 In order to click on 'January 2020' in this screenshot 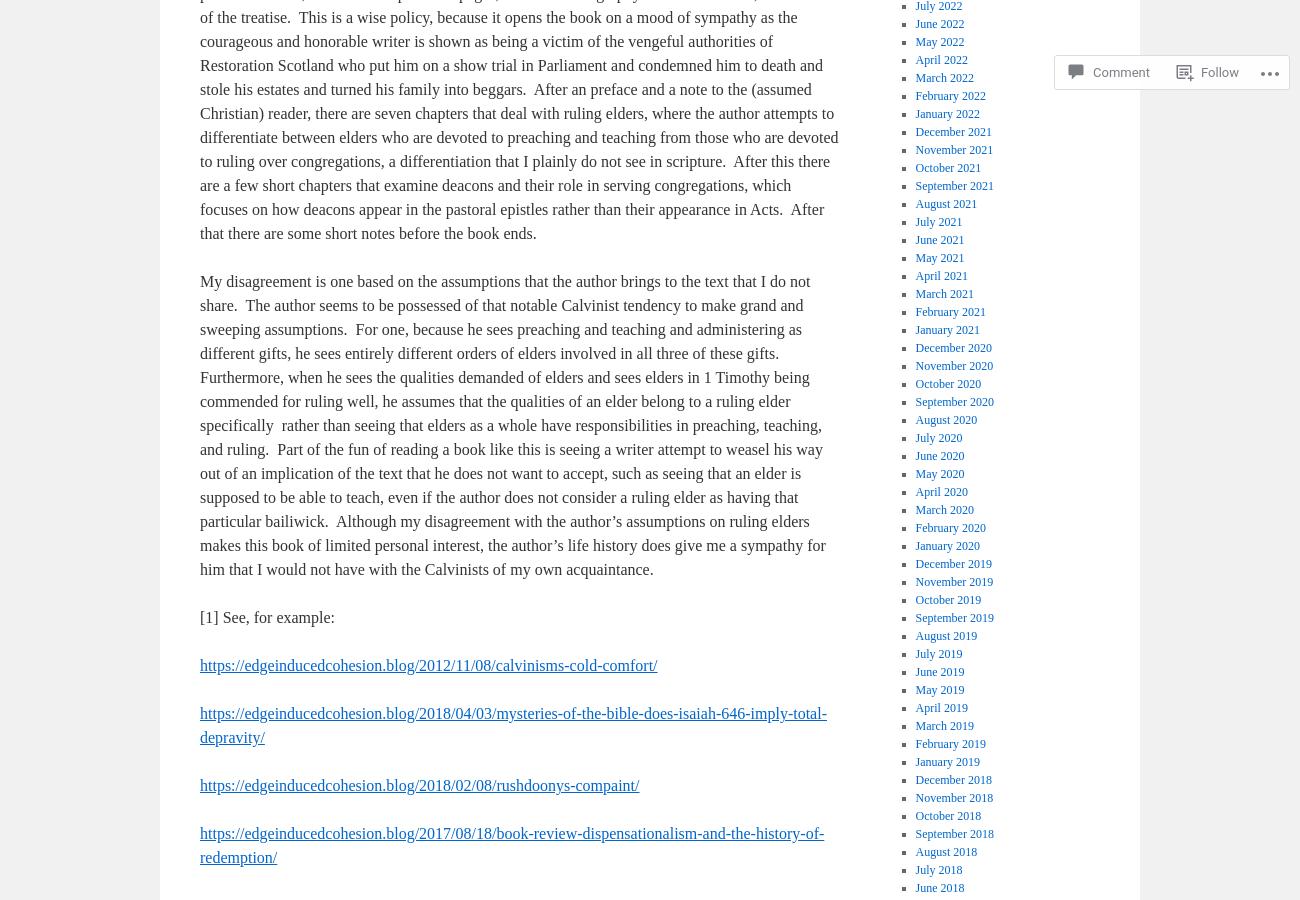, I will do `click(947, 545)`.